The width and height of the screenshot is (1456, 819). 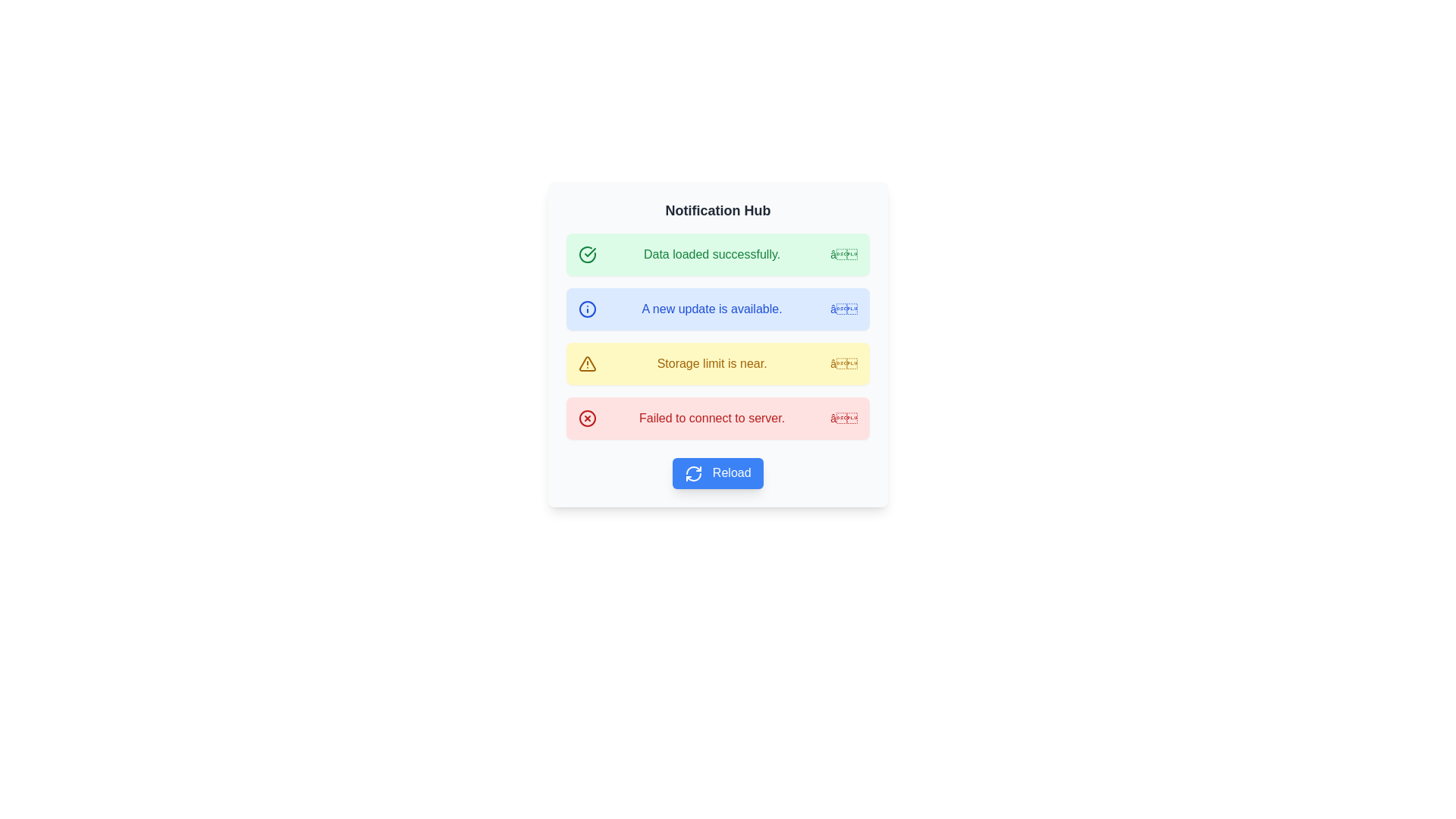 I want to click on the warning indicator icon in the notification section that signifies 'Storage limit is near.', so click(x=586, y=363).